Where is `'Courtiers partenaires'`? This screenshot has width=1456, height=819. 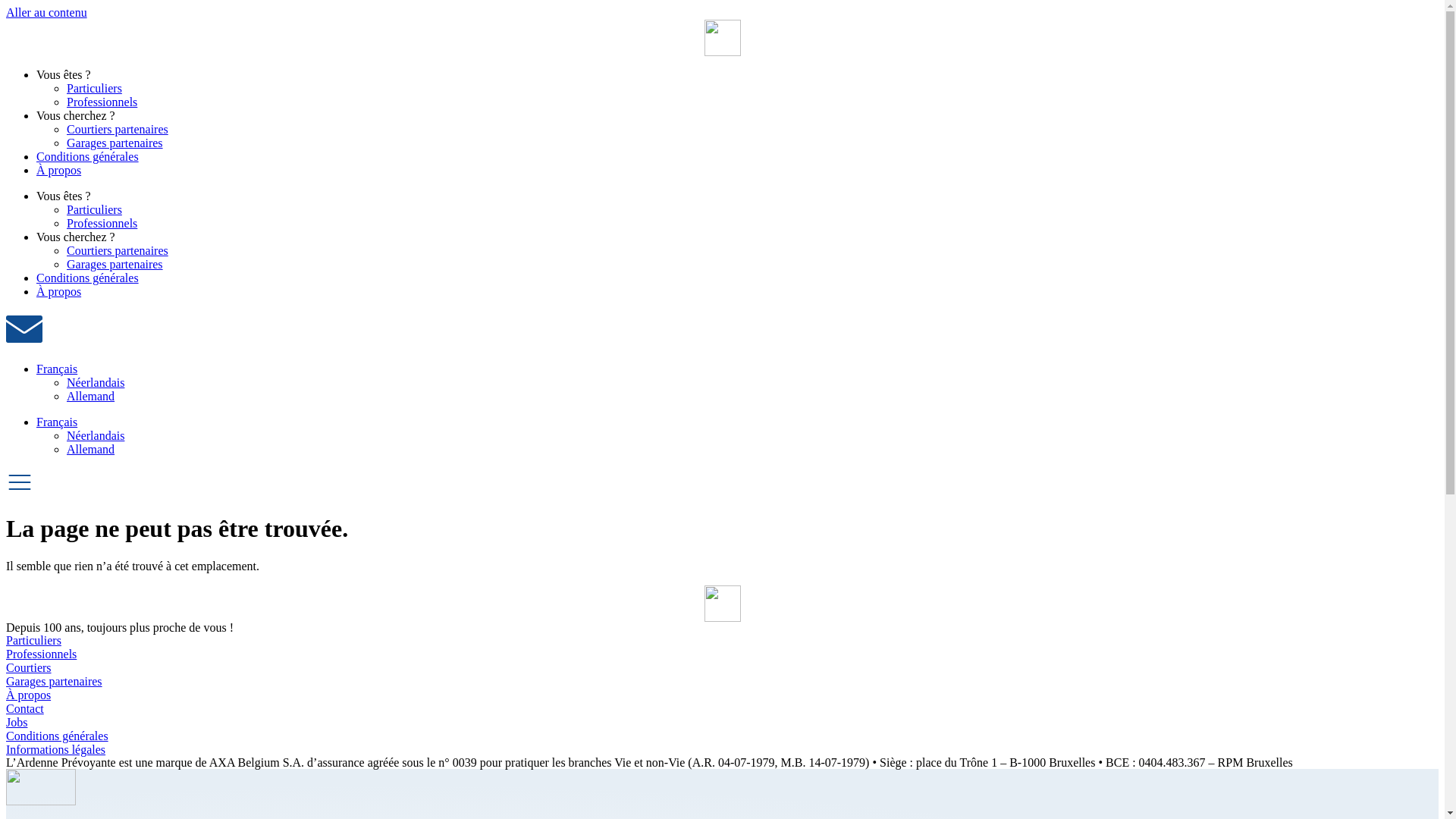
'Courtiers partenaires' is located at coordinates (65, 128).